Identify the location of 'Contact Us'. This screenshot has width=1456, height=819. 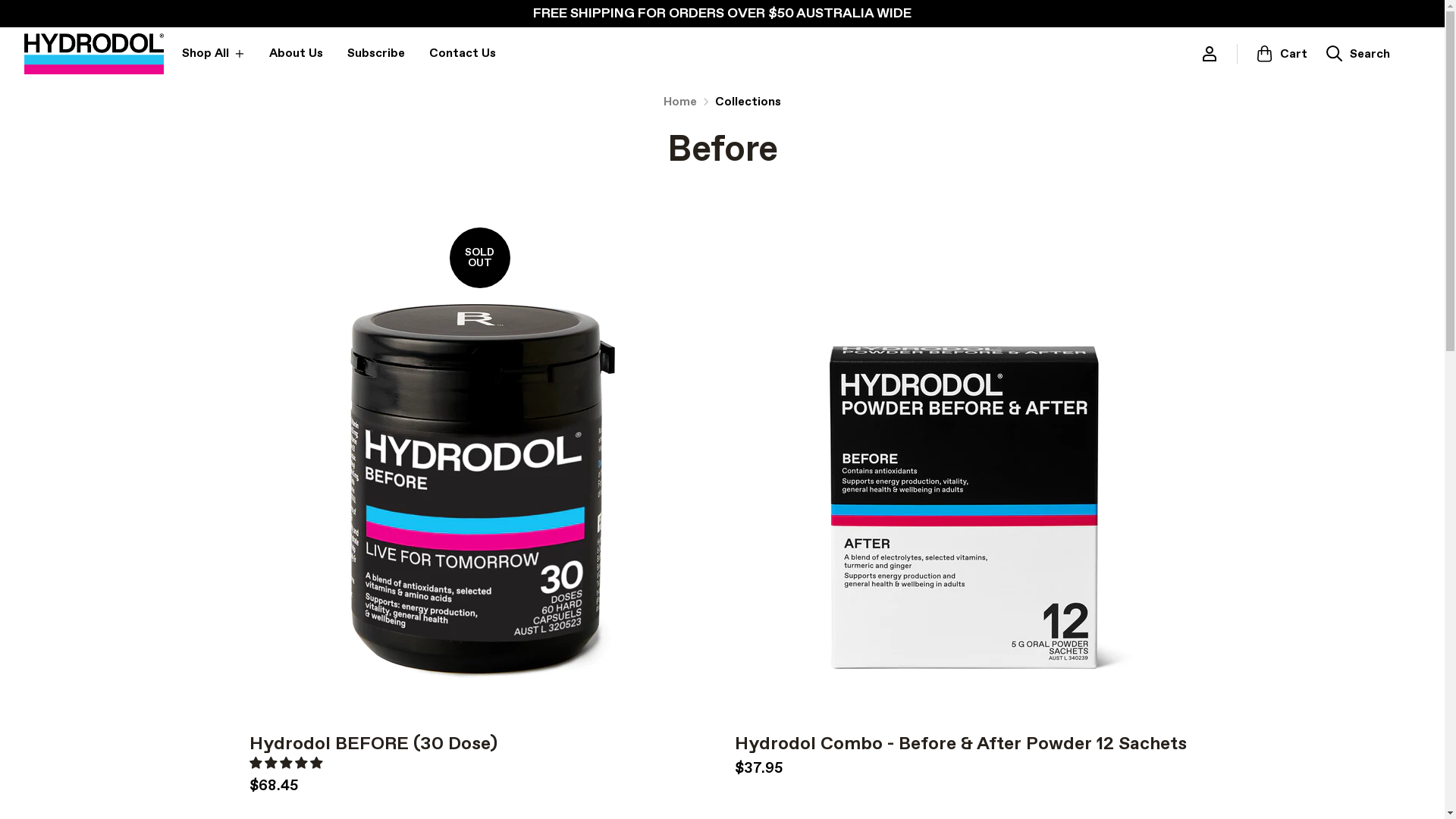
(428, 52).